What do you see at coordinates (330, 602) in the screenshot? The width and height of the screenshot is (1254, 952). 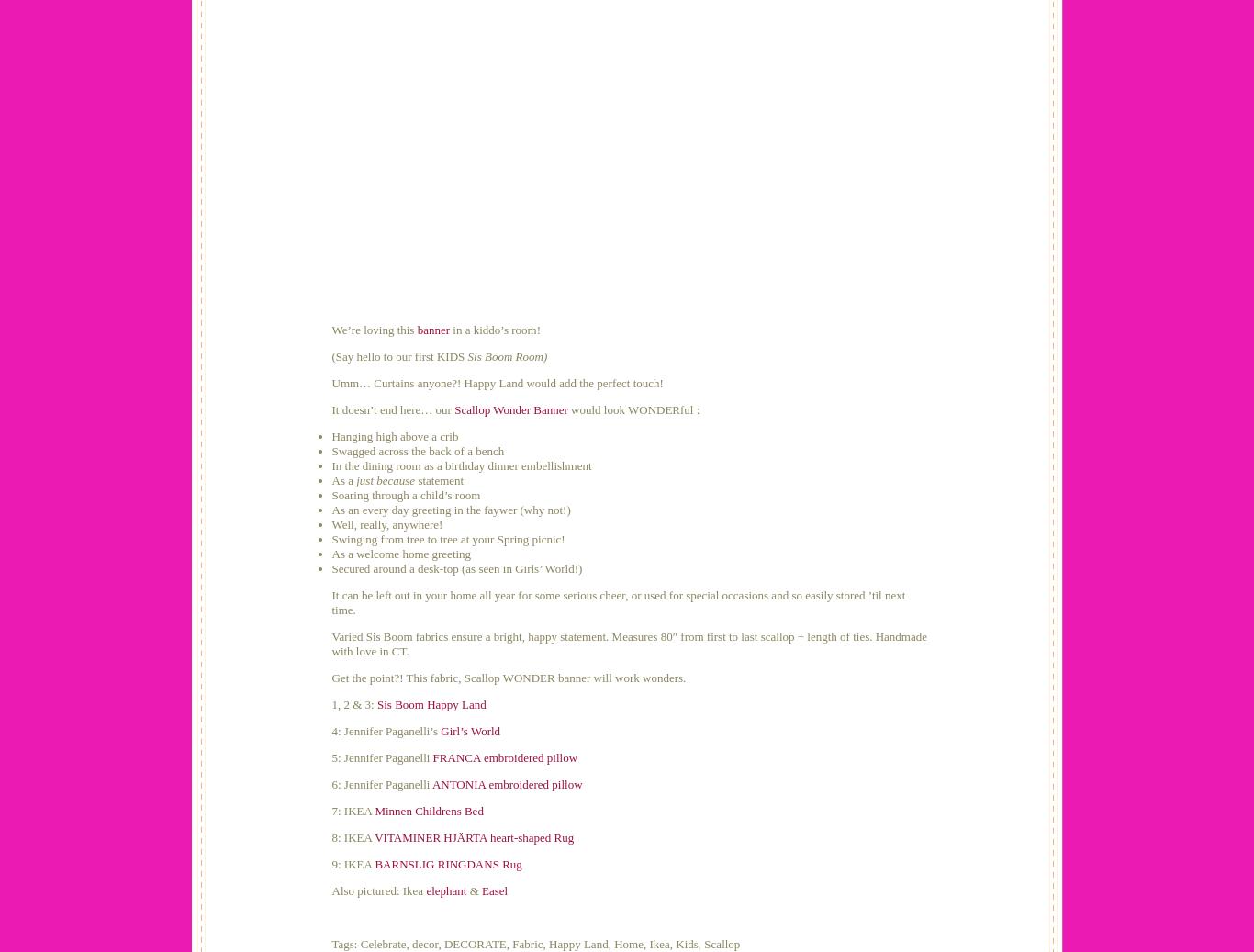 I see `'It can be left out in your home all year for some serious cheer, or used for special occasions and so easily stored ’til next time.'` at bounding box center [330, 602].